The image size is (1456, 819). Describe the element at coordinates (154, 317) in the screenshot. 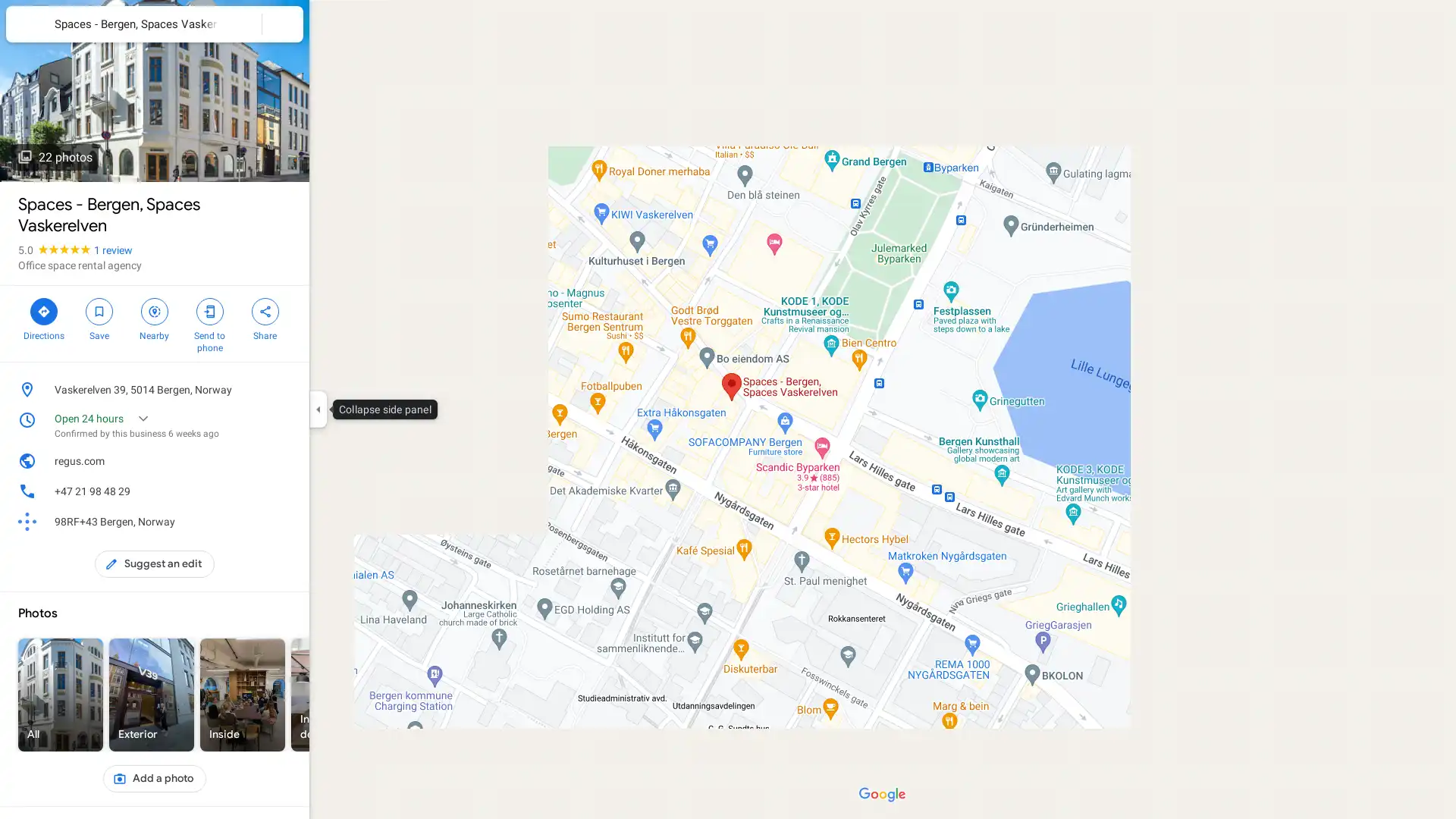

I see `Search nearby Spaces - Bergen, Spaces Vaskerelven` at that location.